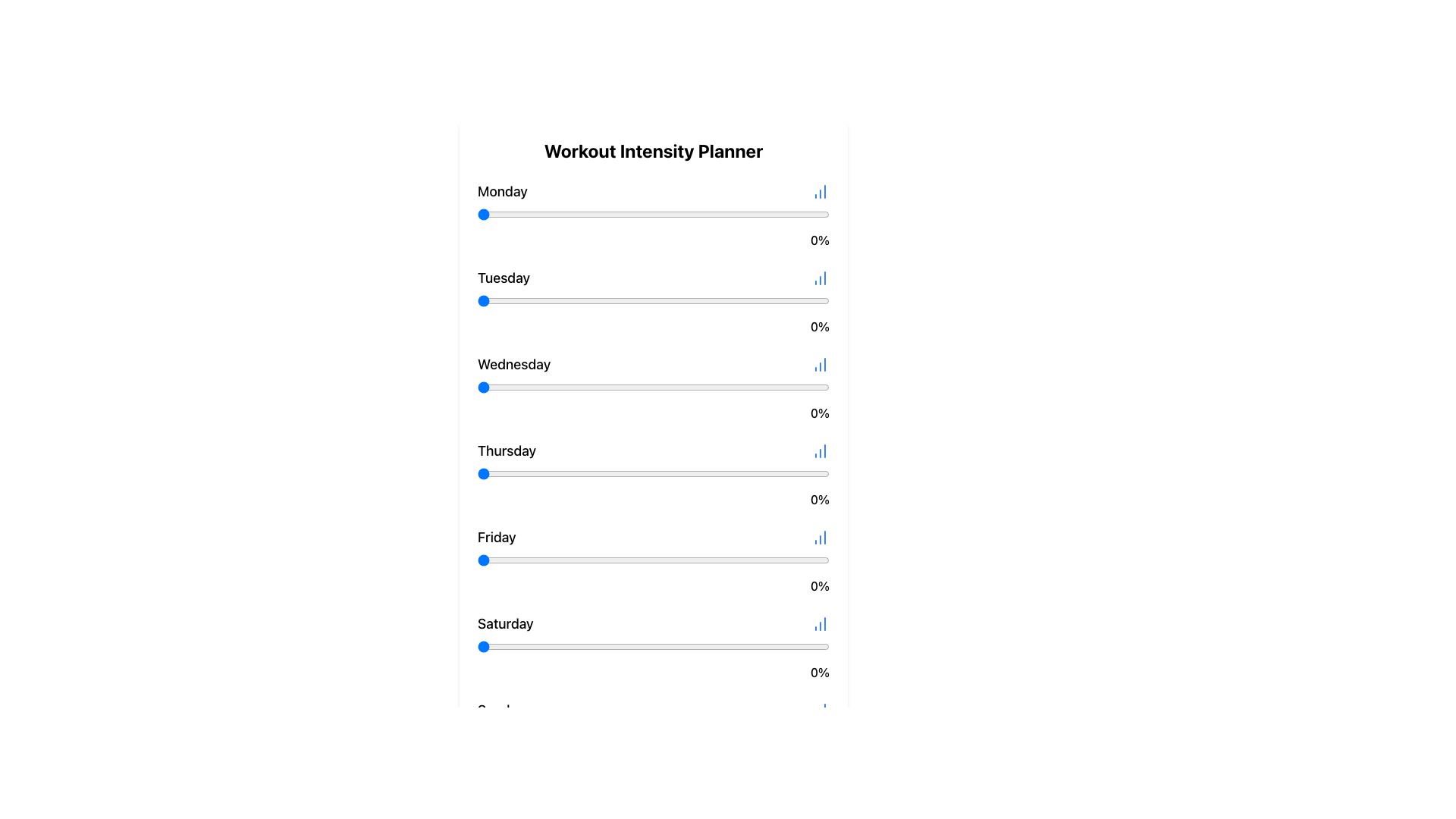  Describe the element at coordinates (625, 214) in the screenshot. I see `Monday's intensity` at that location.